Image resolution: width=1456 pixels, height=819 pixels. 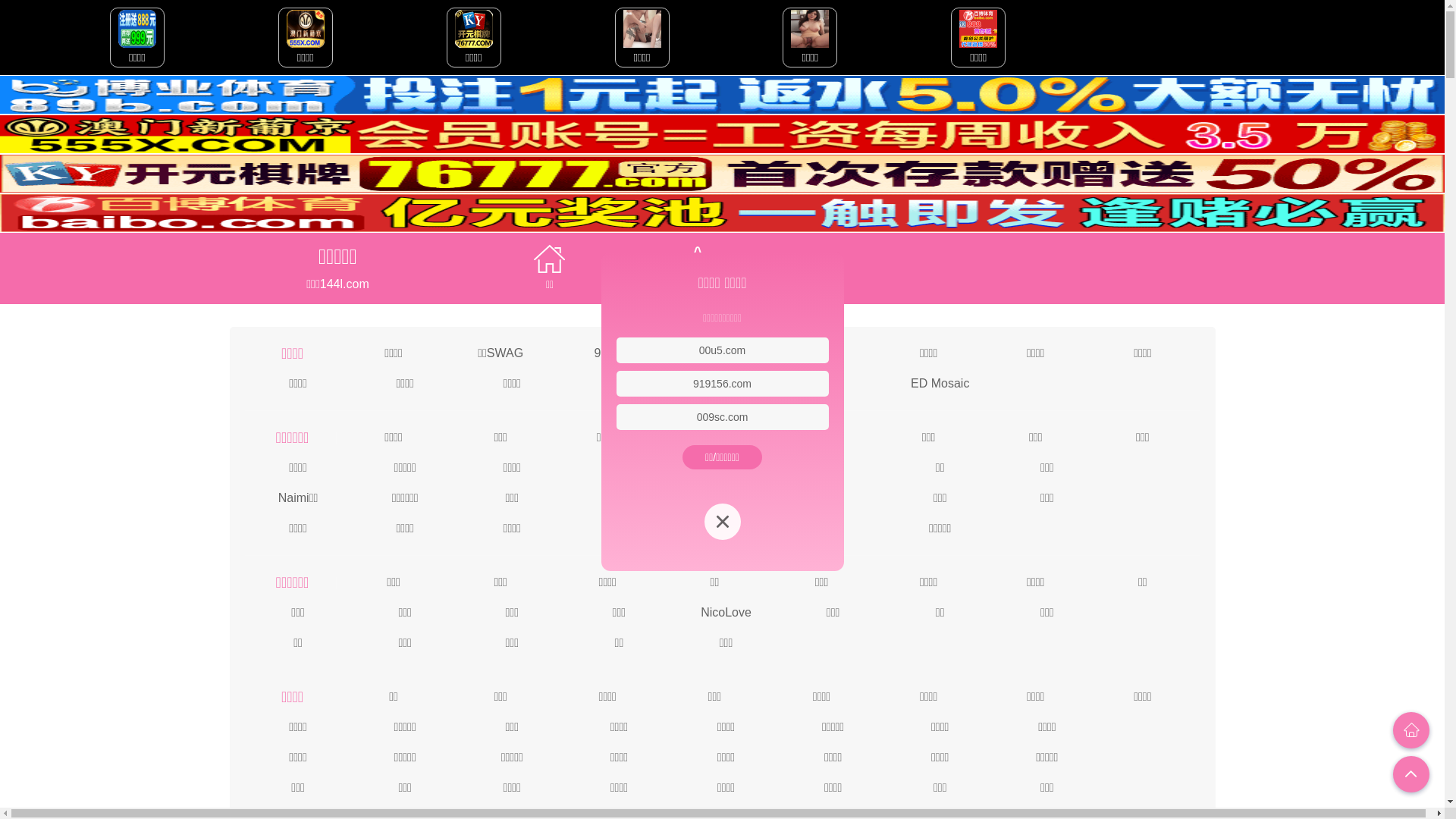 What do you see at coordinates (721, 382) in the screenshot?
I see `'919156.com'` at bounding box center [721, 382].